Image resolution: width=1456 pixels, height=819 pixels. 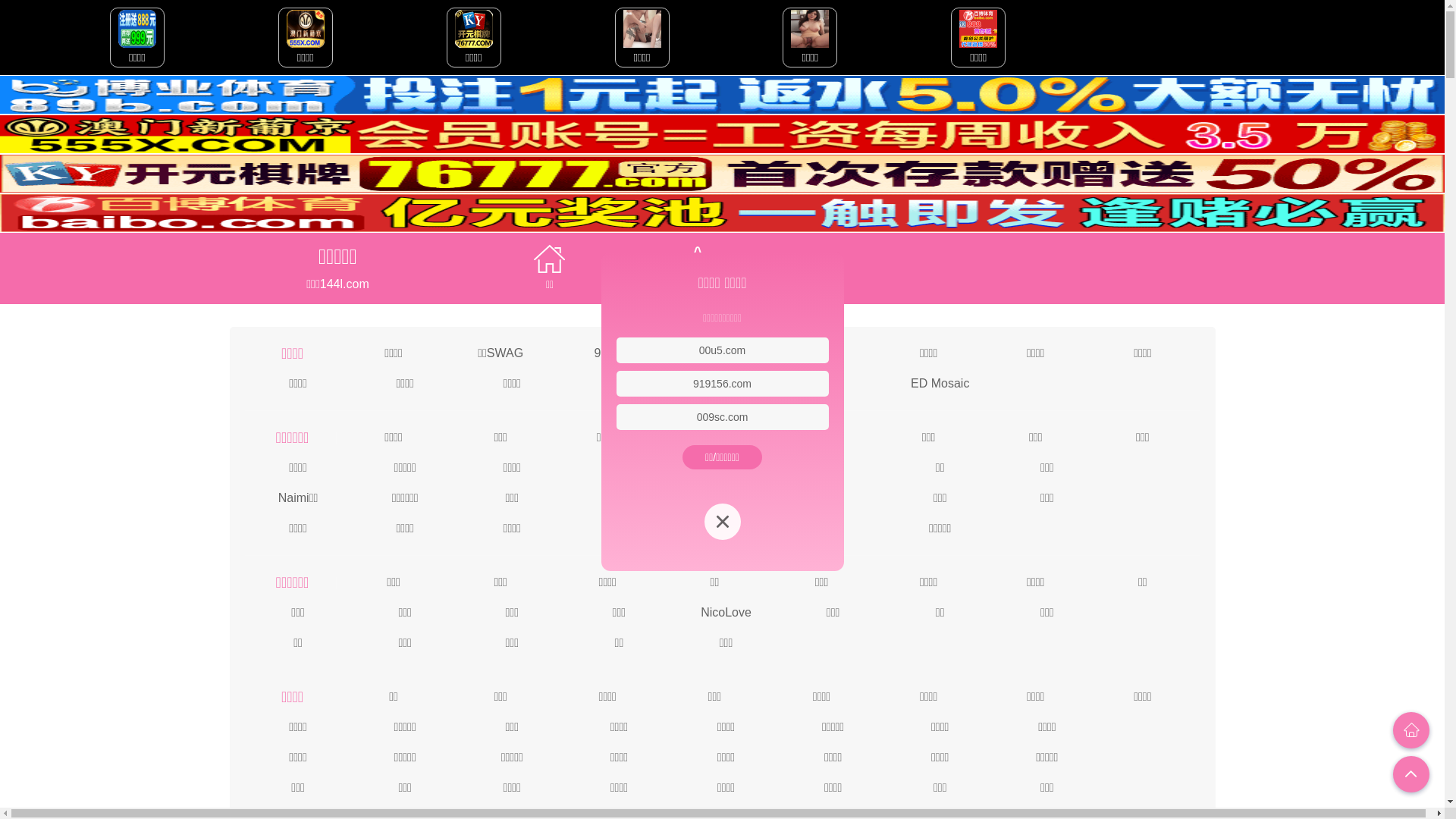 What do you see at coordinates (721, 382) in the screenshot?
I see `'919156.com'` at bounding box center [721, 382].